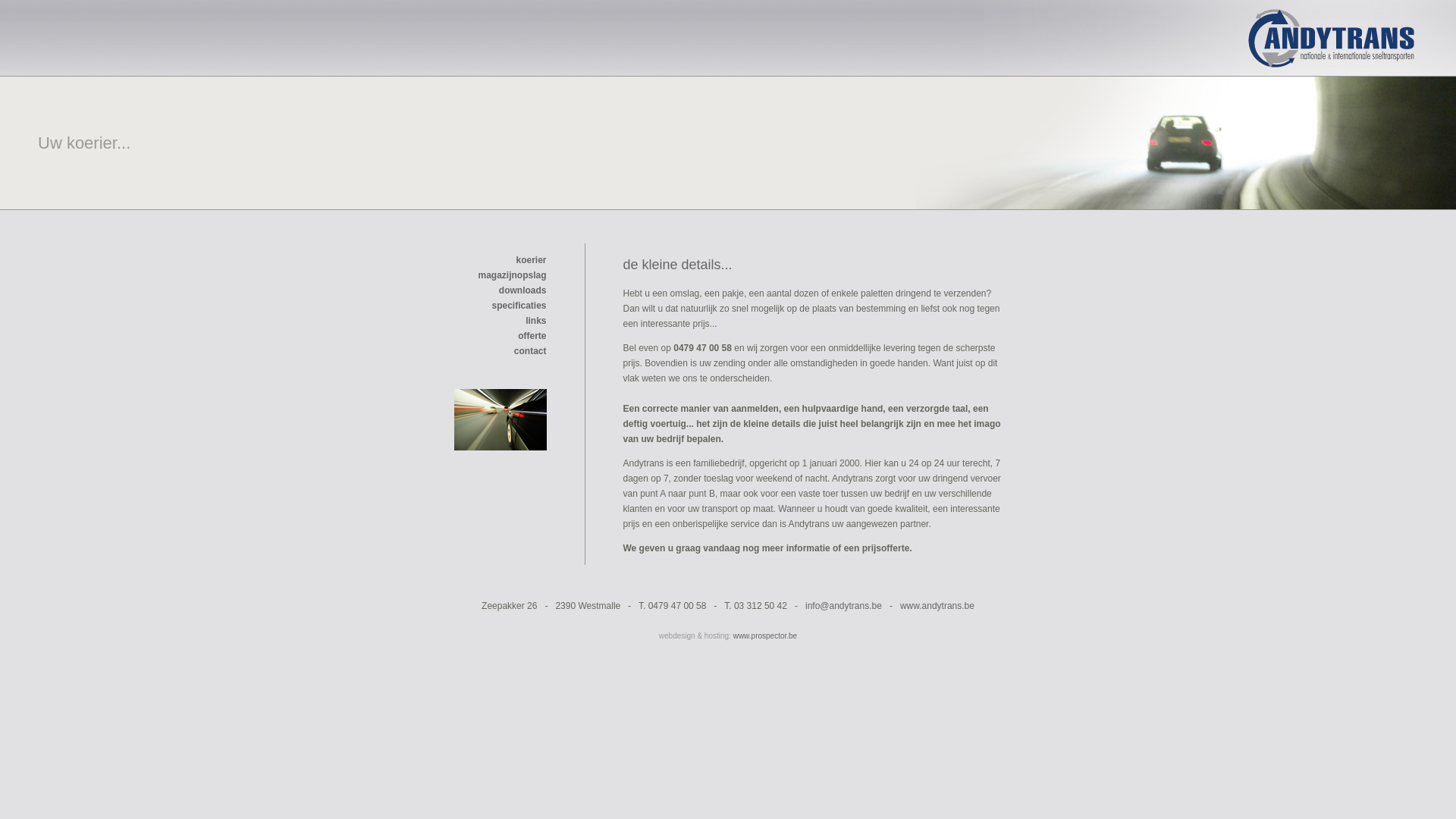 This screenshot has height=819, width=1456. Describe the element at coordinates (532, 335) in the screenshot. I see `'offerte'` at that location.